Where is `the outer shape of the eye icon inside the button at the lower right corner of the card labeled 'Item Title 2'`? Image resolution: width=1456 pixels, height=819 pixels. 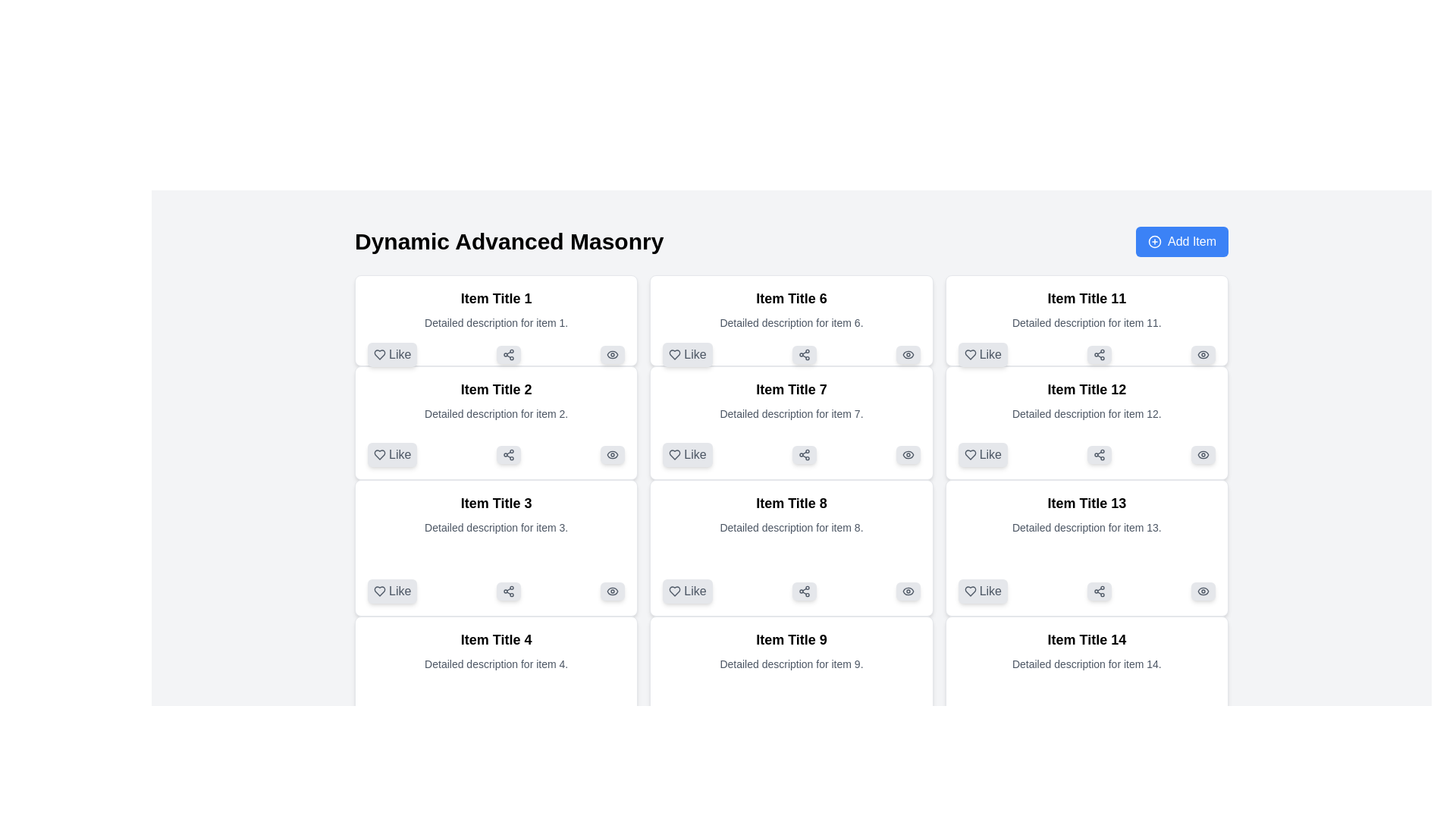
the outer shape of the eye icon inside the button at the lower right corner of the card labeled 'Item Title 2' is located at coordinates (612, 354).